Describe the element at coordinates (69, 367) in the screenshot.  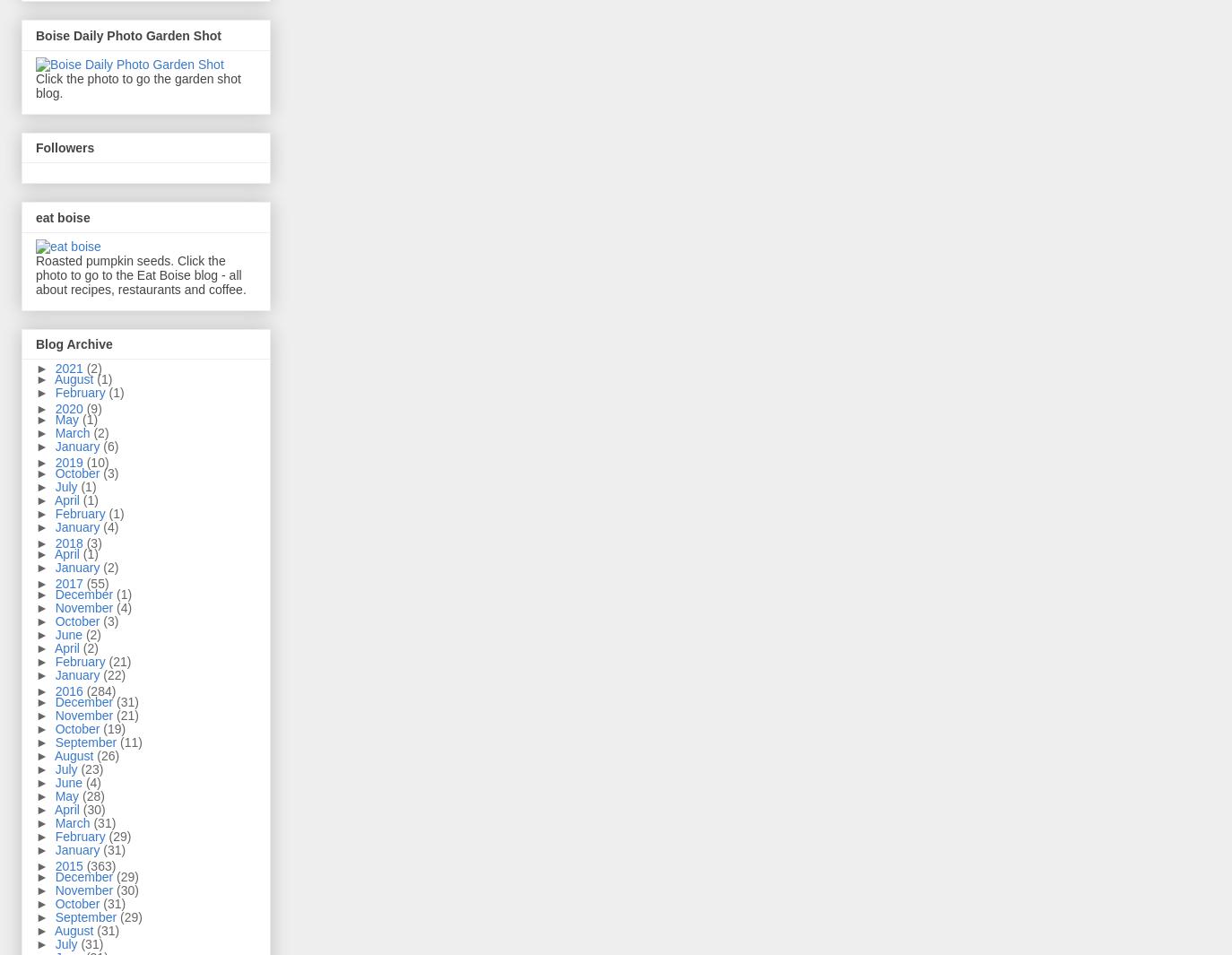
I see `'2021'` at that location.